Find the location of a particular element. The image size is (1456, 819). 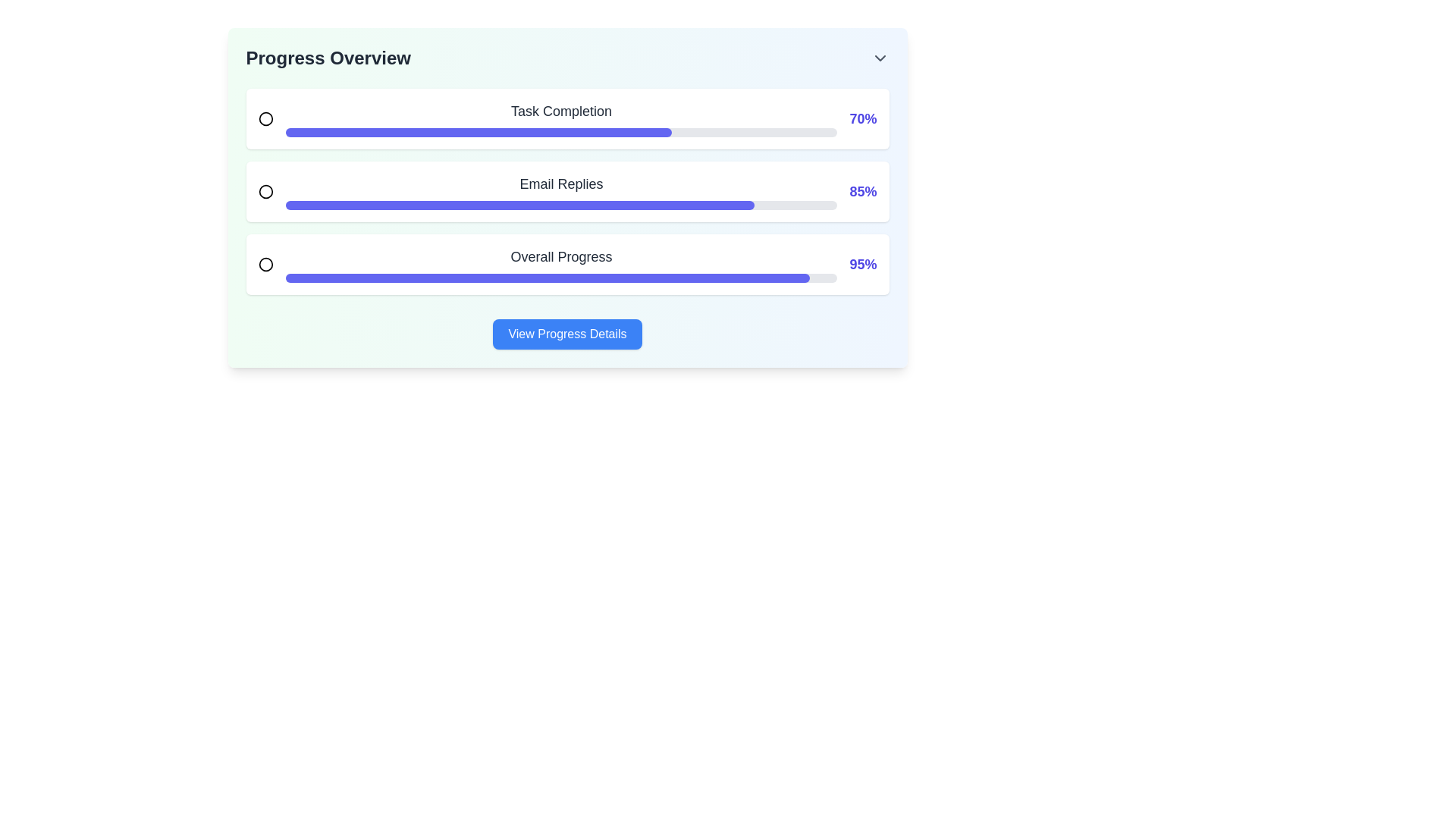

progress completion text '70%' from the first Progress Tracker Card displaying 'Task Completion' in the Progress Overview is located at coordinates (566, 118).